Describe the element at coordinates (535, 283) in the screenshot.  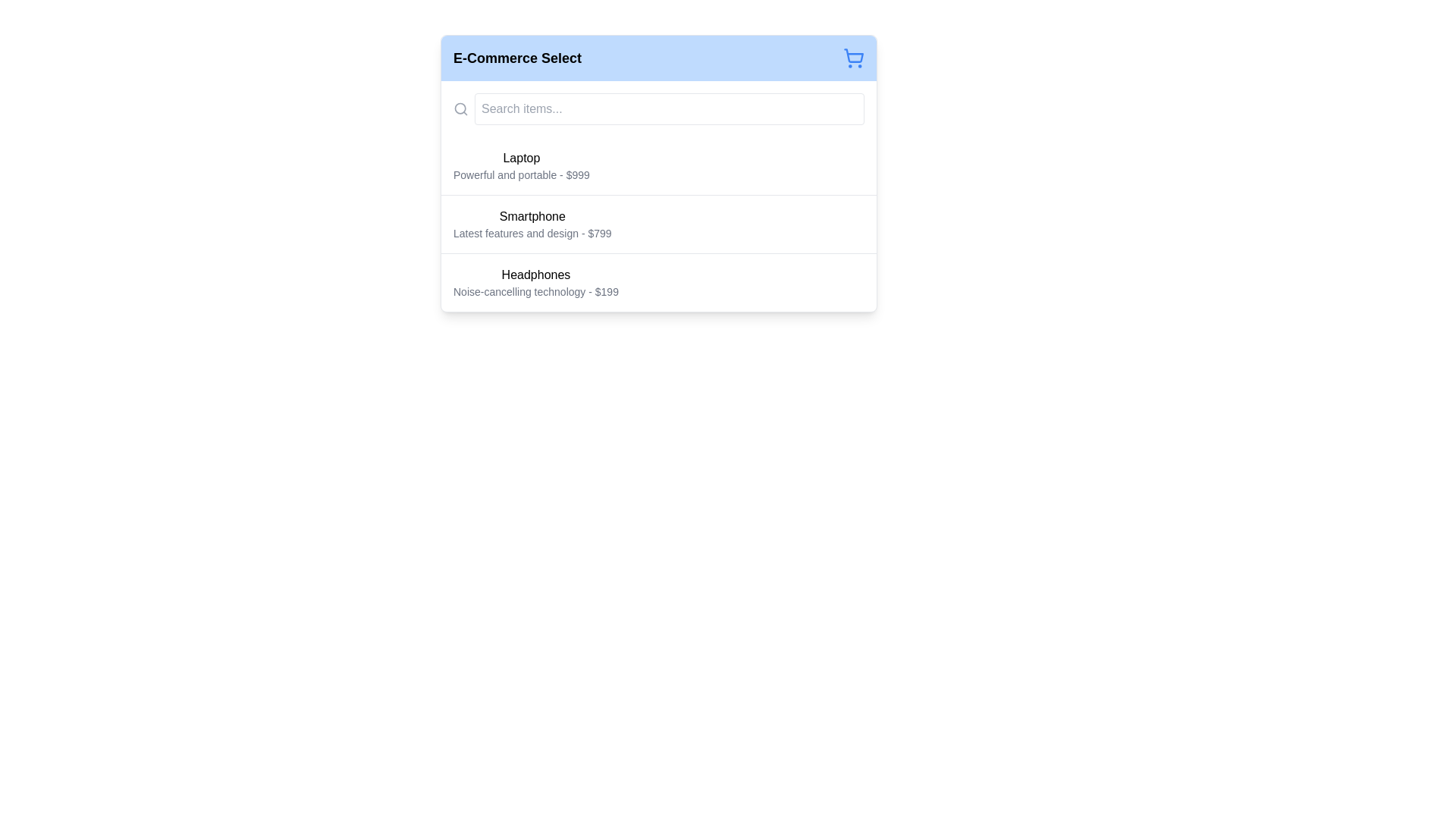
I see `the text label displaying product information for 'Headphones' priced at '$199', located under the header 'E-Commerce Select'` at that location.